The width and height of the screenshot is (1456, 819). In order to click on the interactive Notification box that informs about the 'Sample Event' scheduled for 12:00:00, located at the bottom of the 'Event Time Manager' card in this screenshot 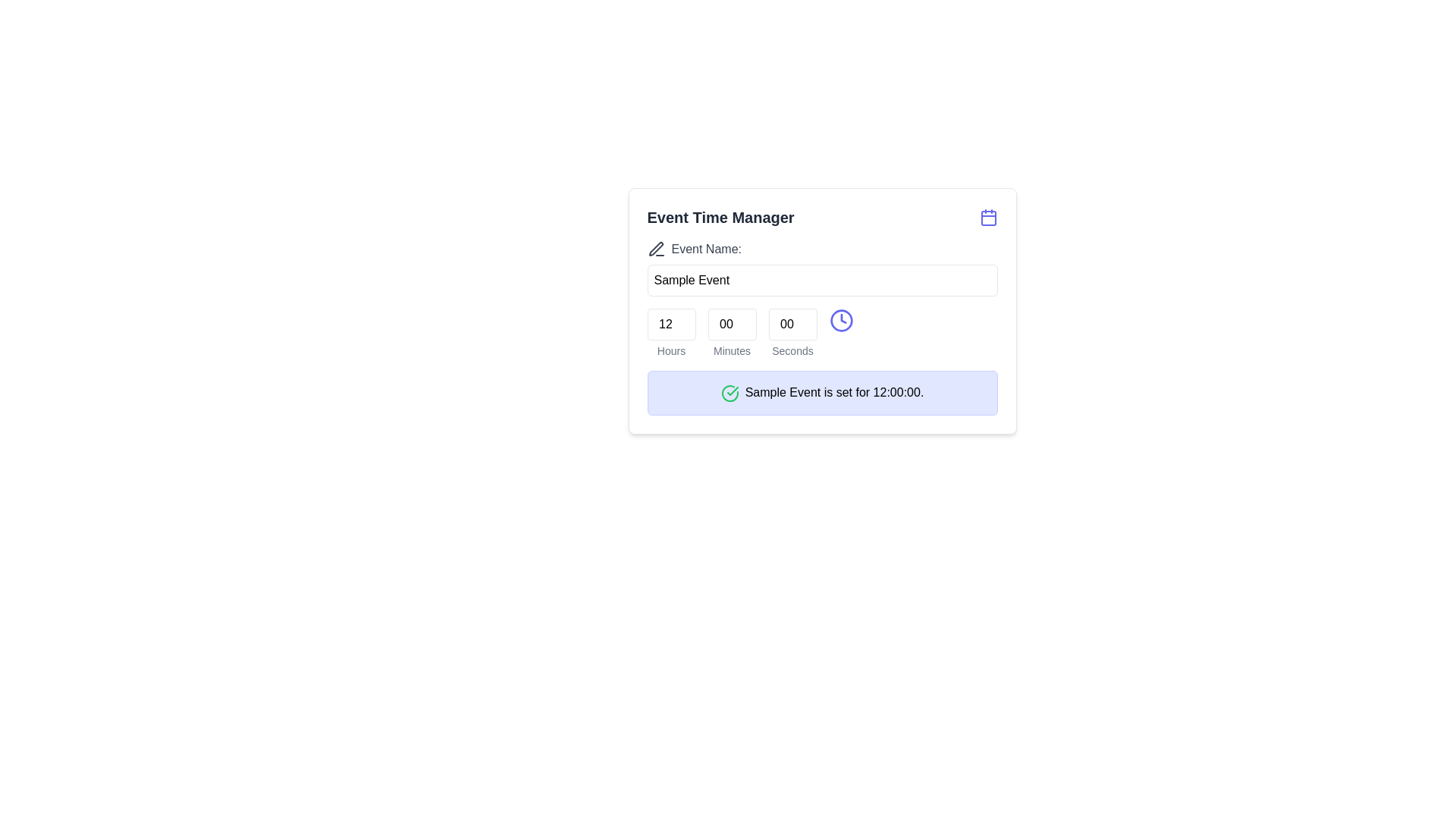, I will do `click(821, 392)`.